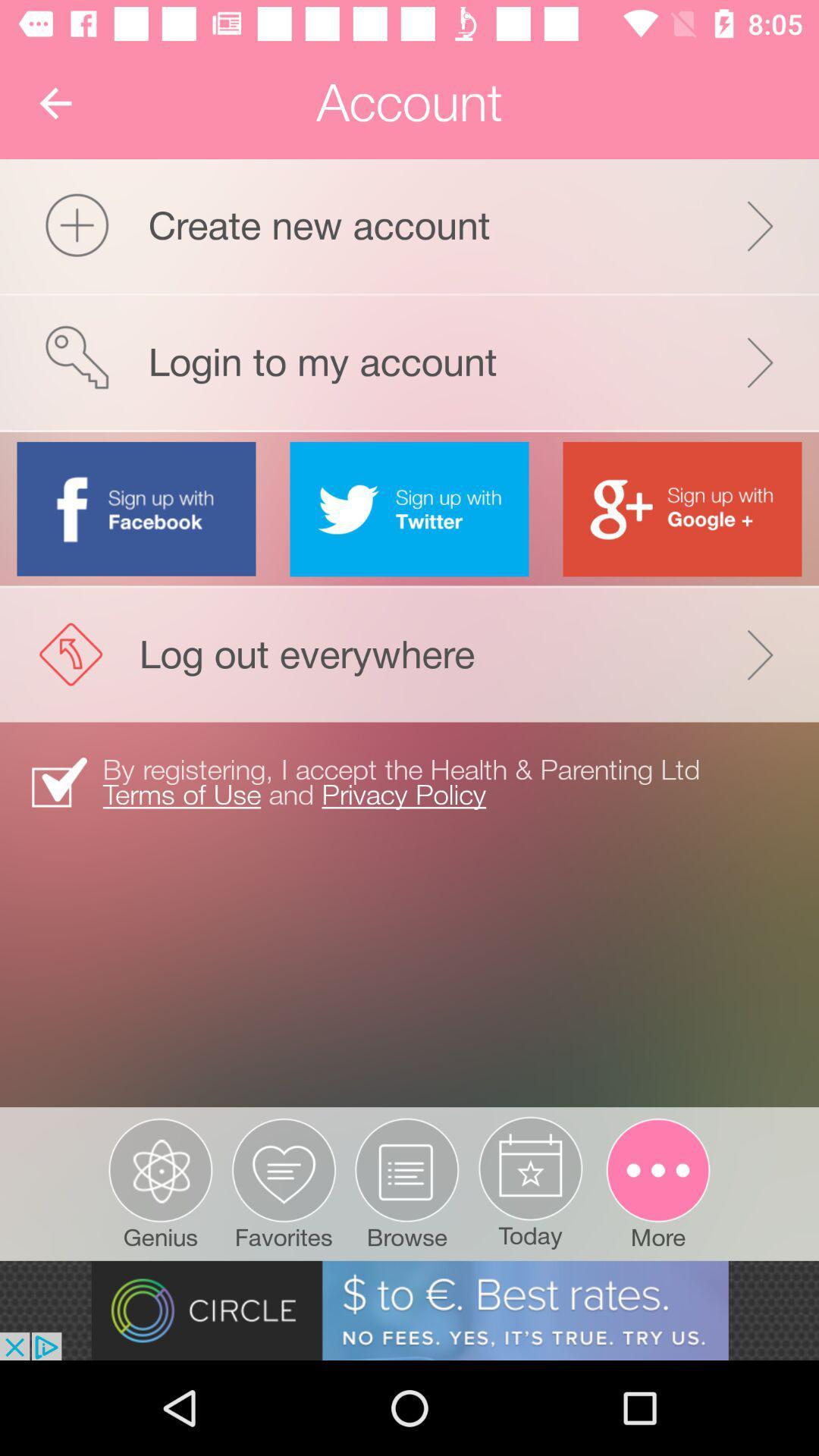 The width and height of the screenshot is (819, 1456). I want to click on open advertisement, so click(409, 1310).